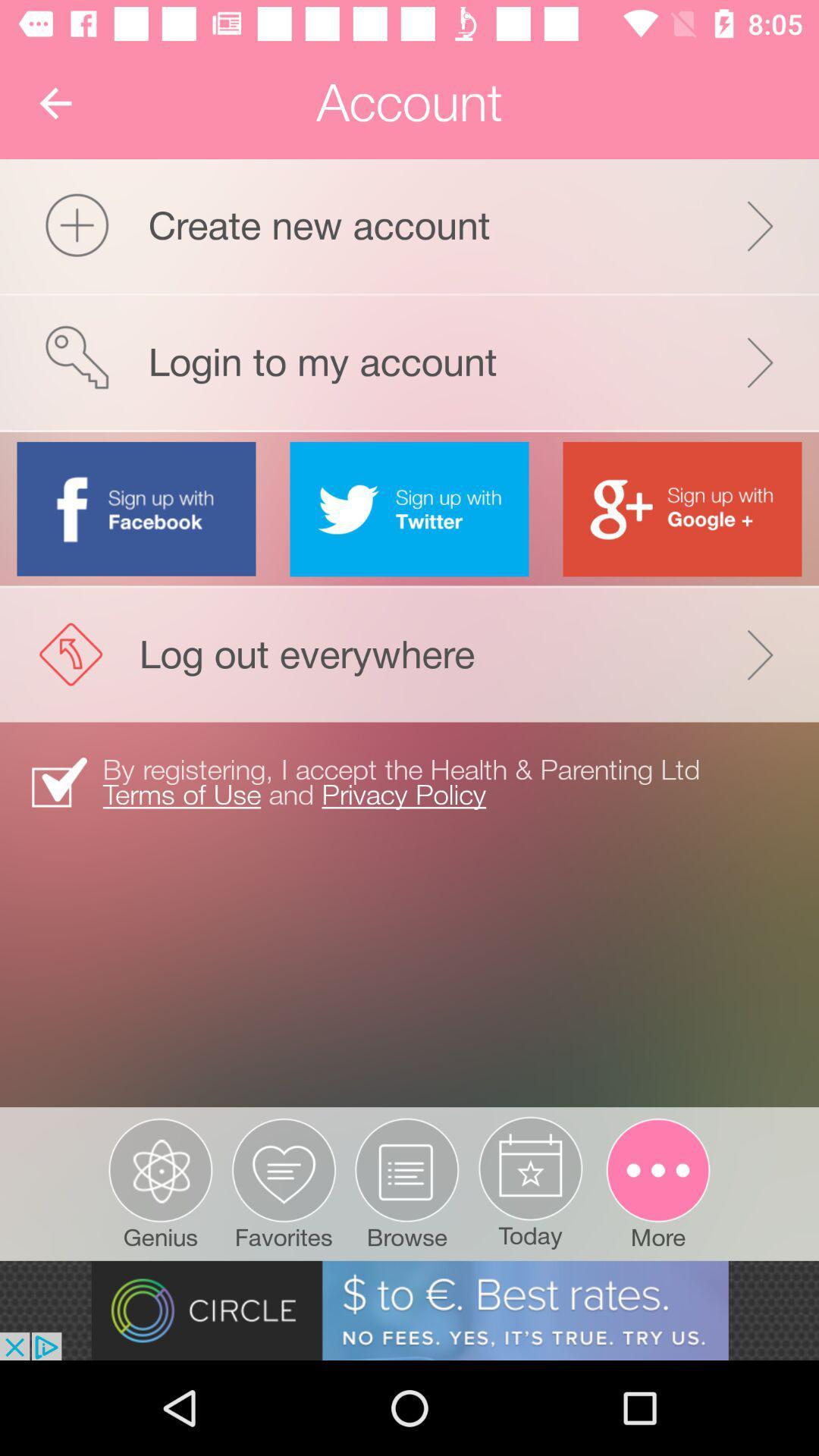 The width and height of the screenshot is (819, 1456). I want to click on open advertisement, so click(409, 1310).